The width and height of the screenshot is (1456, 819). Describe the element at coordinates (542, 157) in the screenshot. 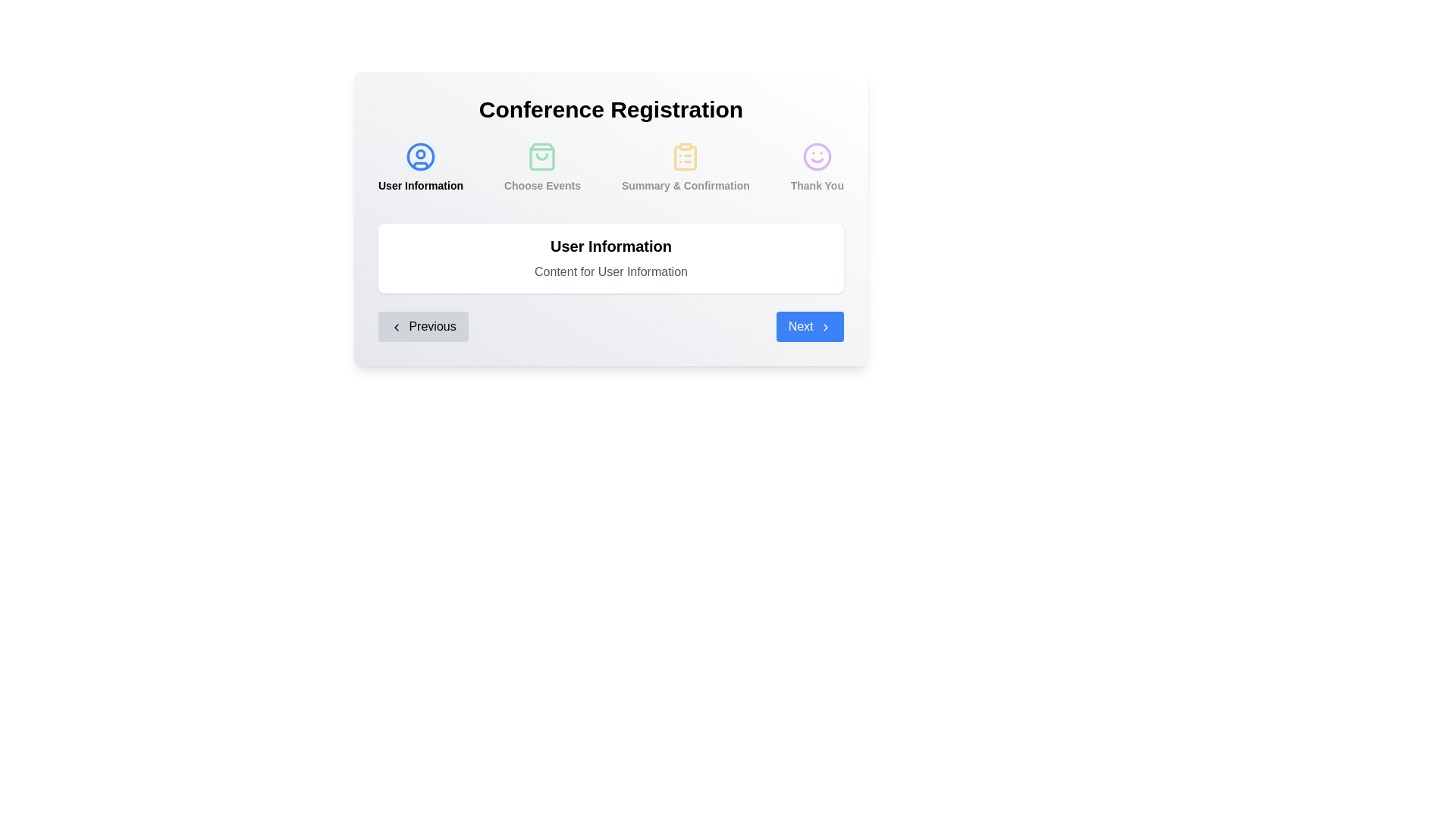

I see `the green shopping bag icon in the navigation panel that signifies the 'Choose Events' step` at that location.